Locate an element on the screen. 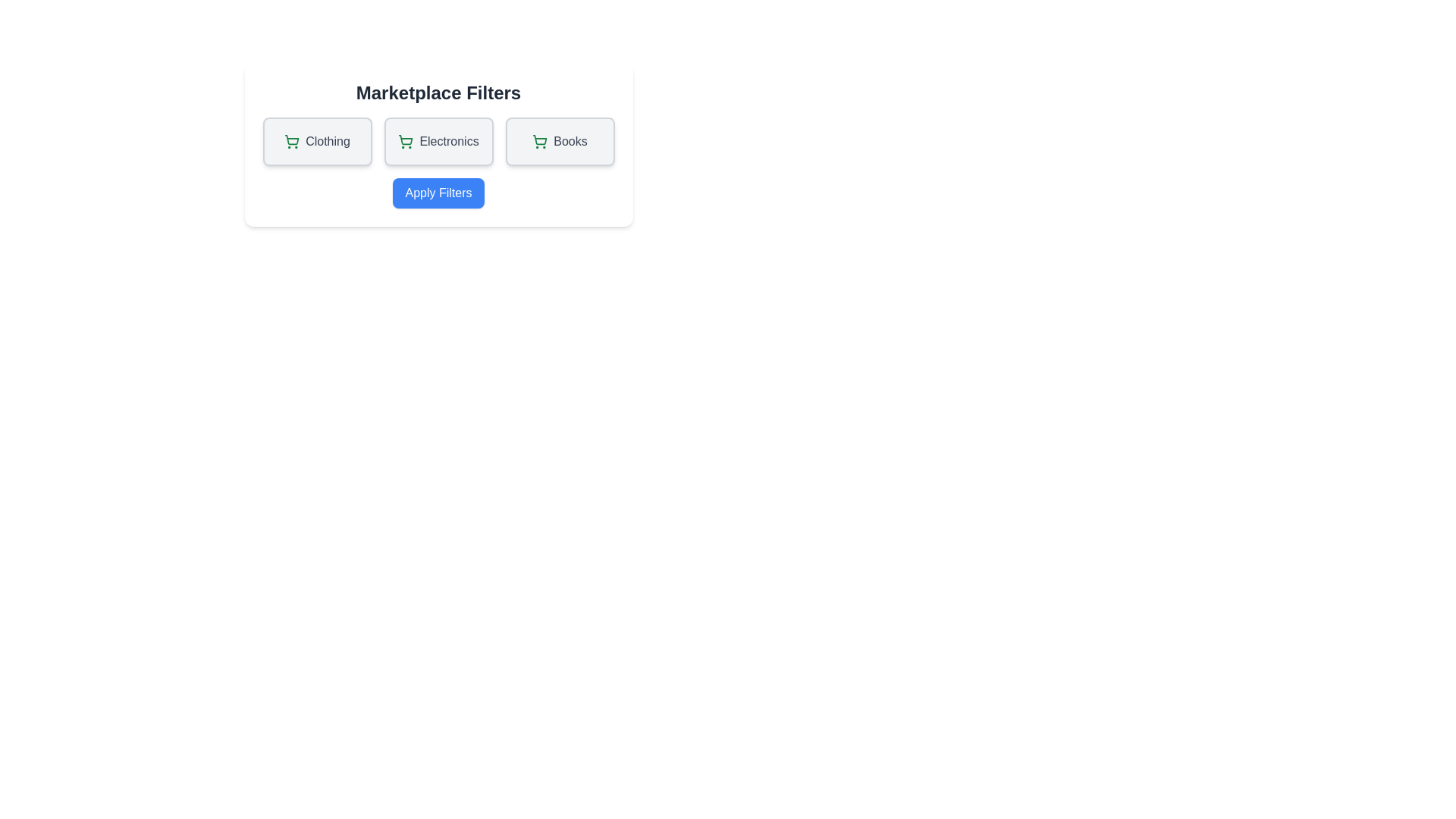  the filter option labeled Clothing is located at coordinates (316, 141).